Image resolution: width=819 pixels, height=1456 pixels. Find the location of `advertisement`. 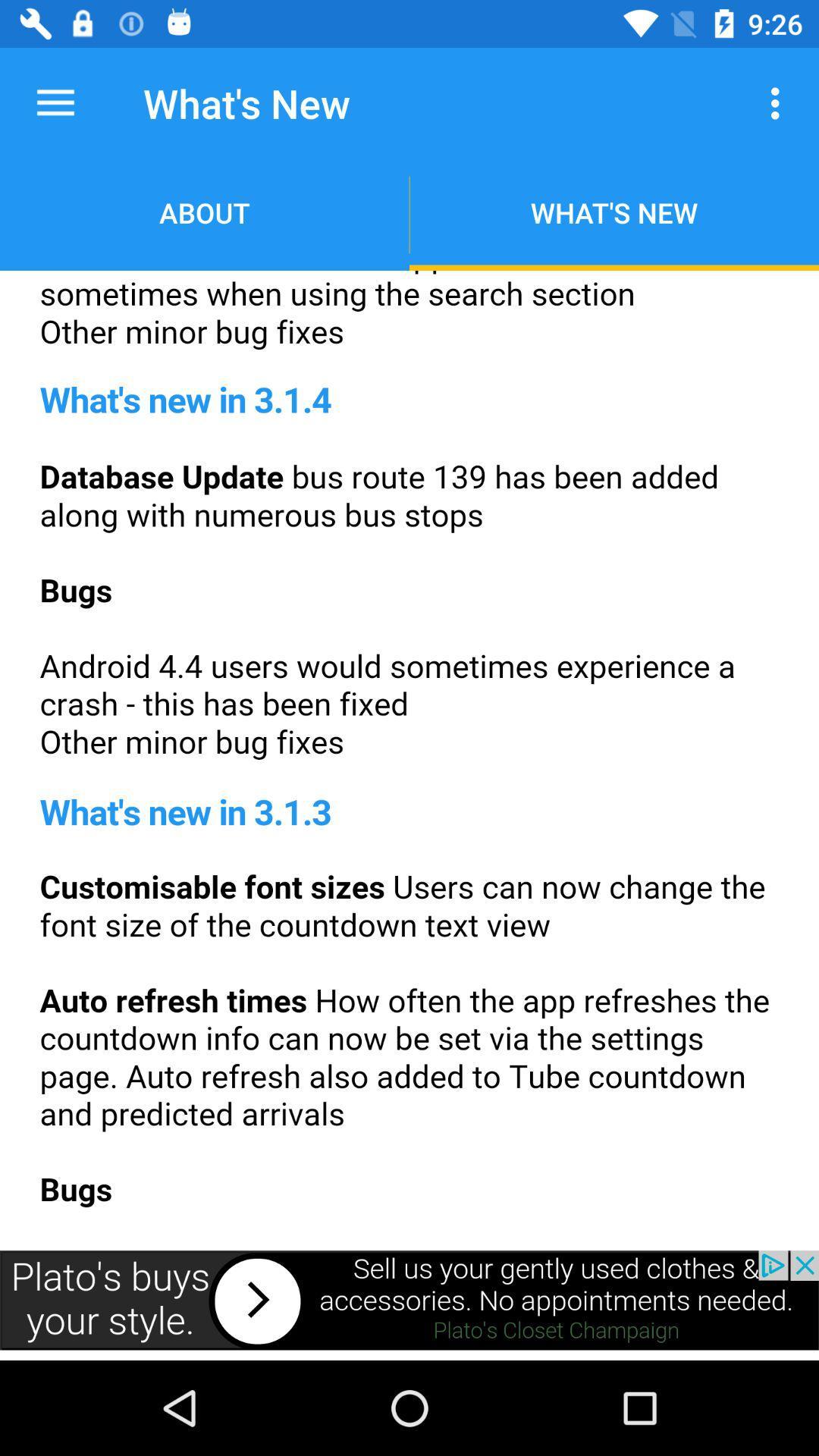

advertisement is located at coordinates (409, 1299).